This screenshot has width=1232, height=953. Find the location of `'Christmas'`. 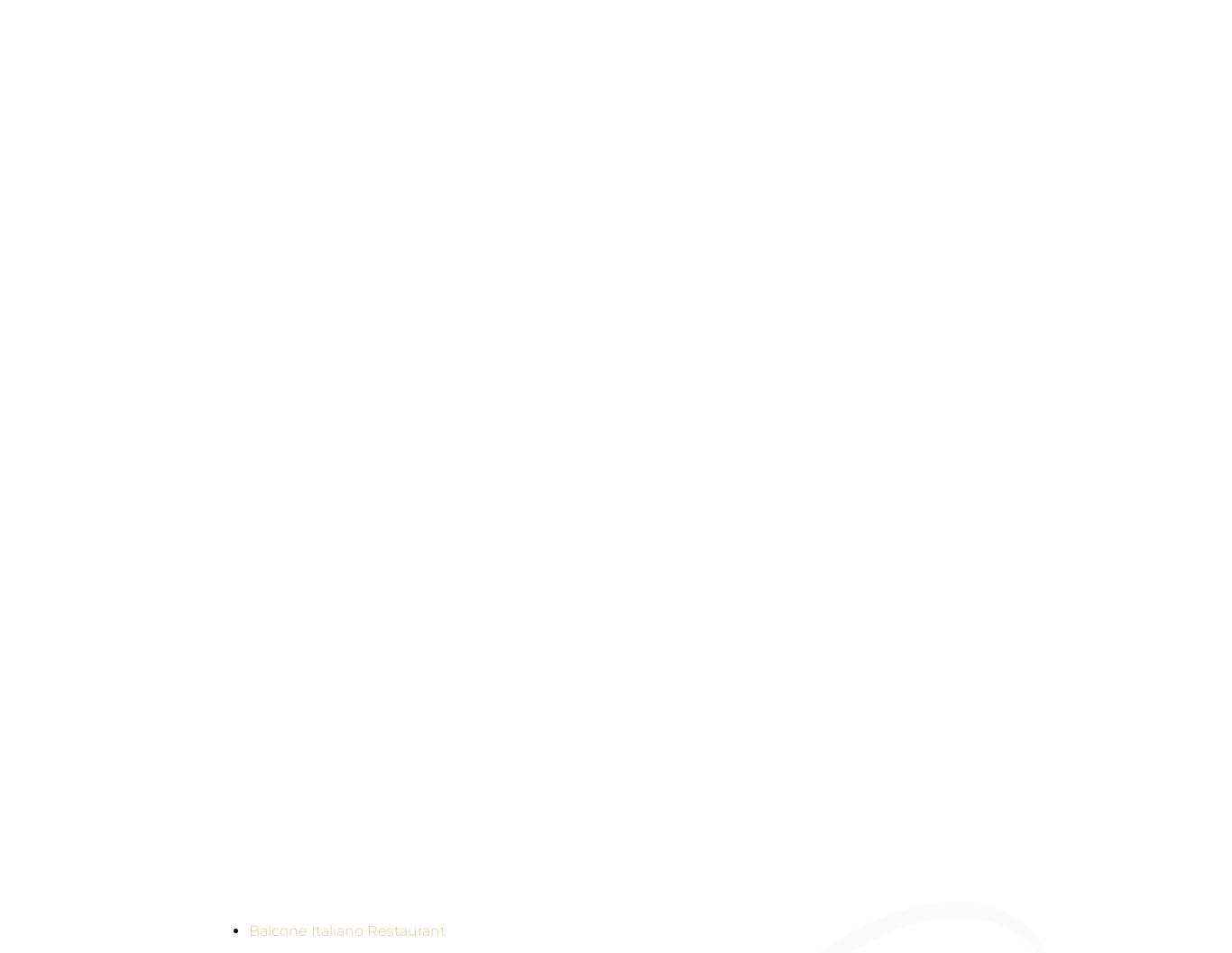

'Christmas' is located at coordinates (308, 243).